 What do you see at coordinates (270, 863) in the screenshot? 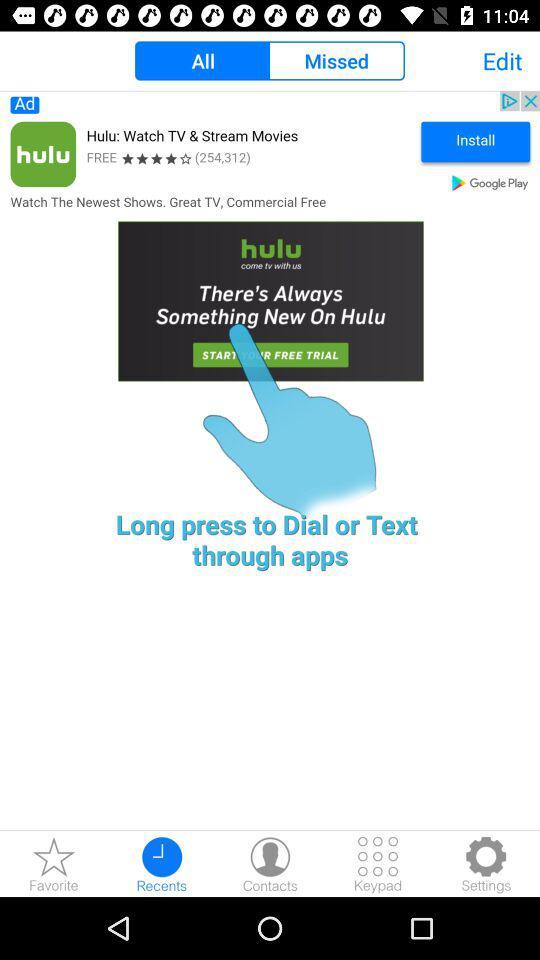
I see `contacts the option` at bounding box center [270, 863].